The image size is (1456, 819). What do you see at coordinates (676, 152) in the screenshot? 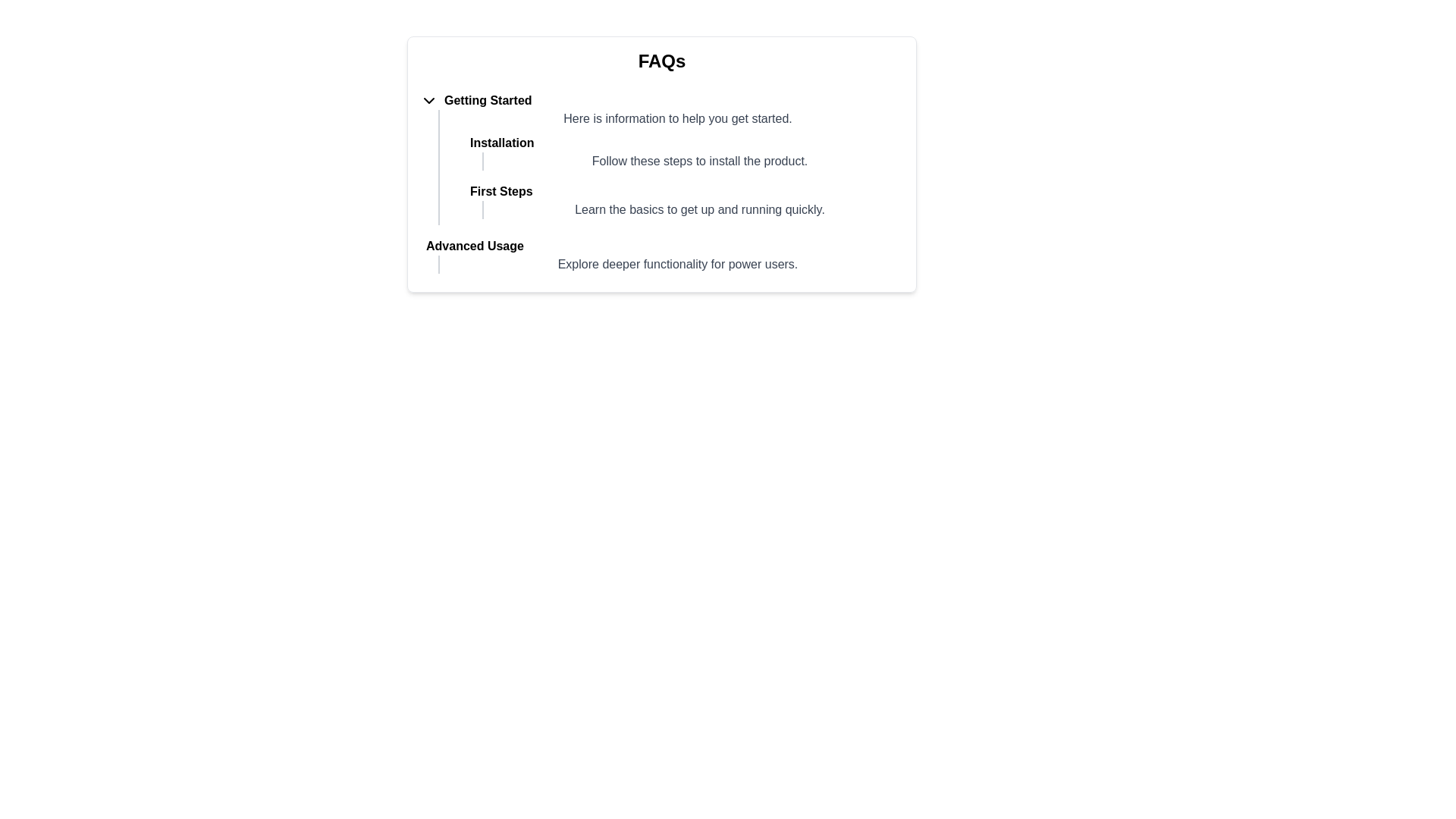
I see `text content from the Text Block located in the 'Getting Started' section under the 'Installation' subsection, which provides information about the installation process` at bounding box center [676, 152].